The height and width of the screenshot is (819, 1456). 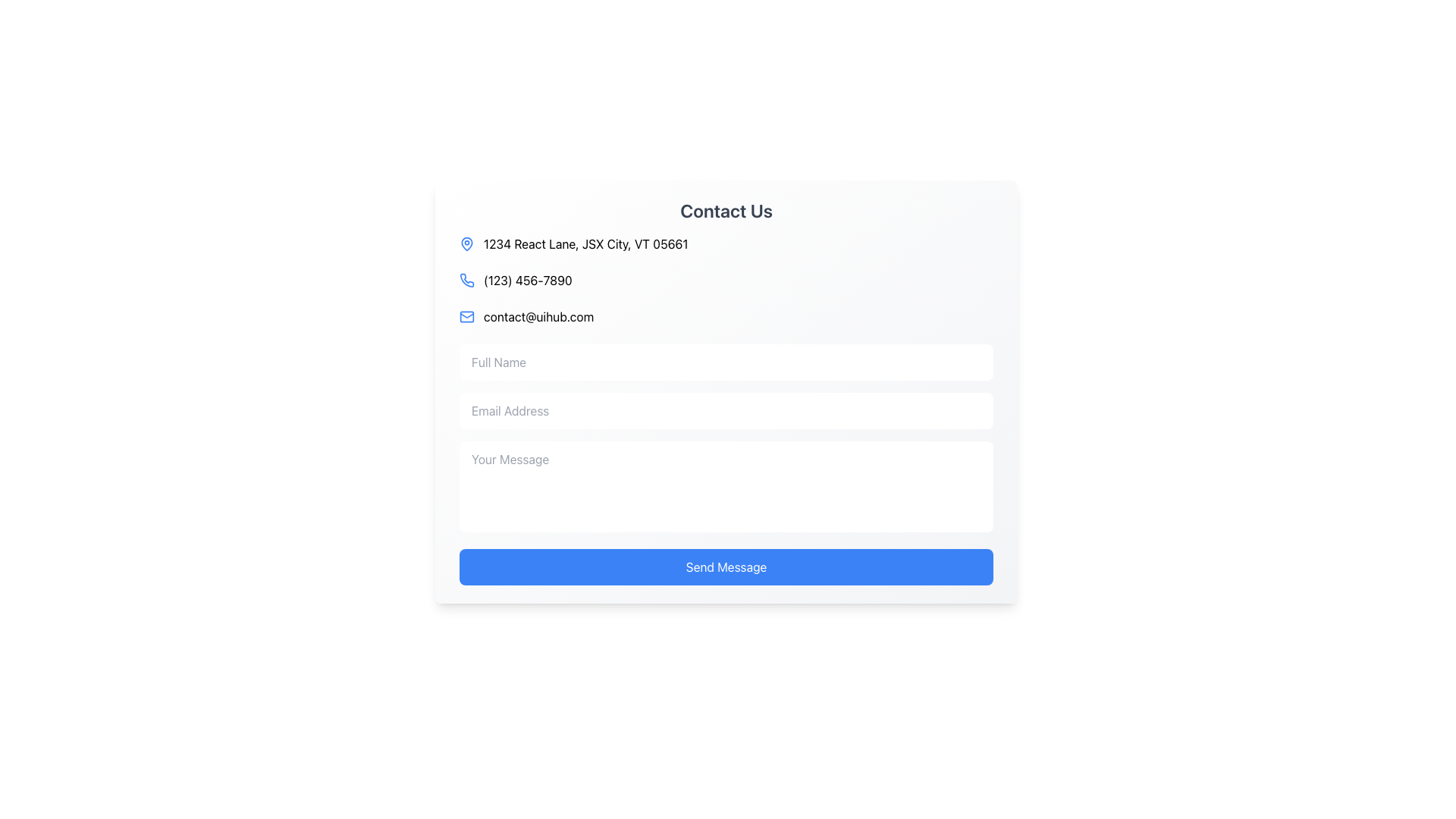 I want to click on the blue phone icon located to the left of the phone number '(123) 456-7890' in the contact section of the interface, so click(x=466, y=281).